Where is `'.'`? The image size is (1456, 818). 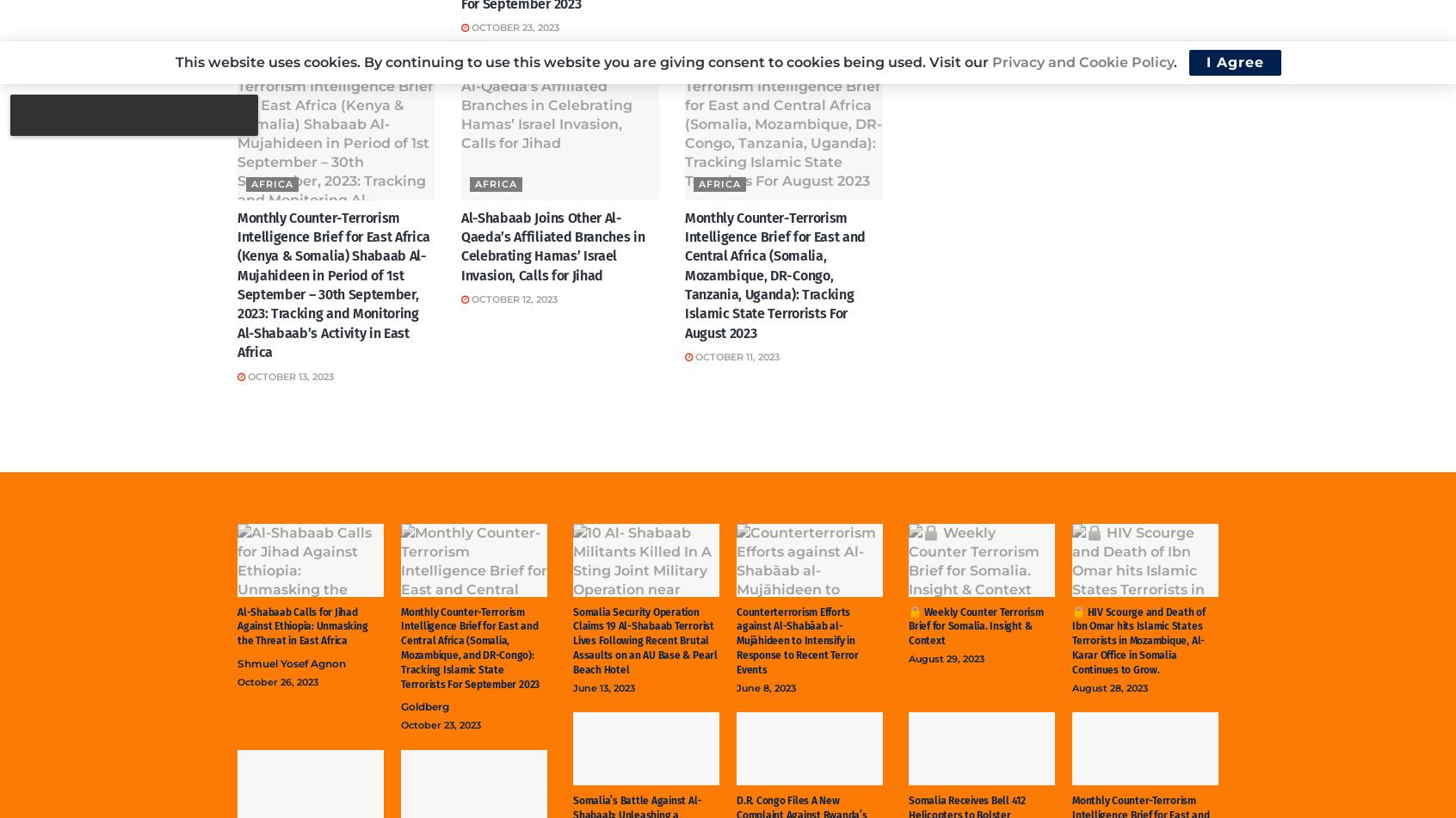 '.' is located at coordinates (1175, 62).